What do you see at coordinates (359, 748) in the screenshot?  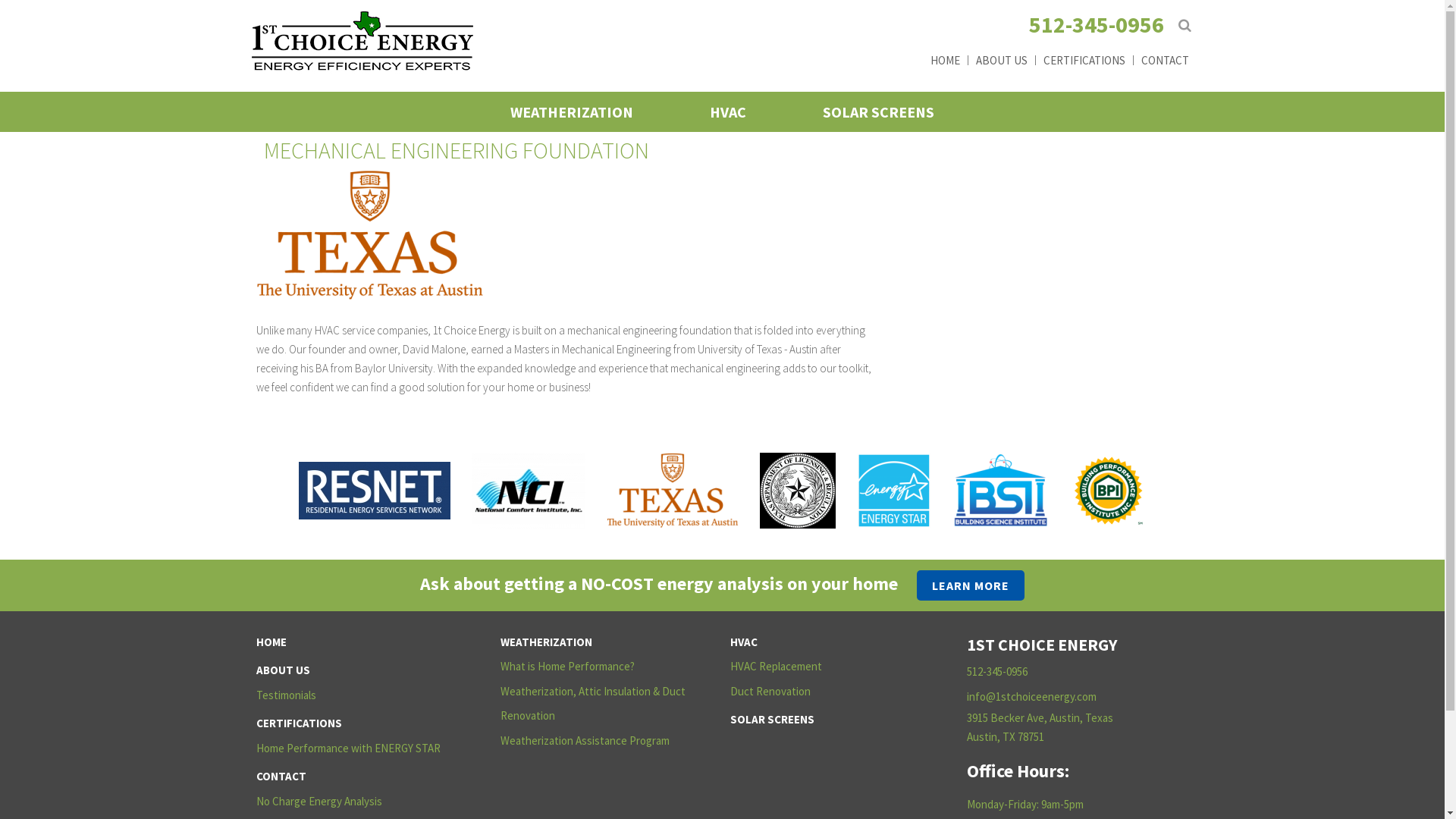 I see `'Home Performance with ENERGY STAR'` at bounding box center [359, 748].